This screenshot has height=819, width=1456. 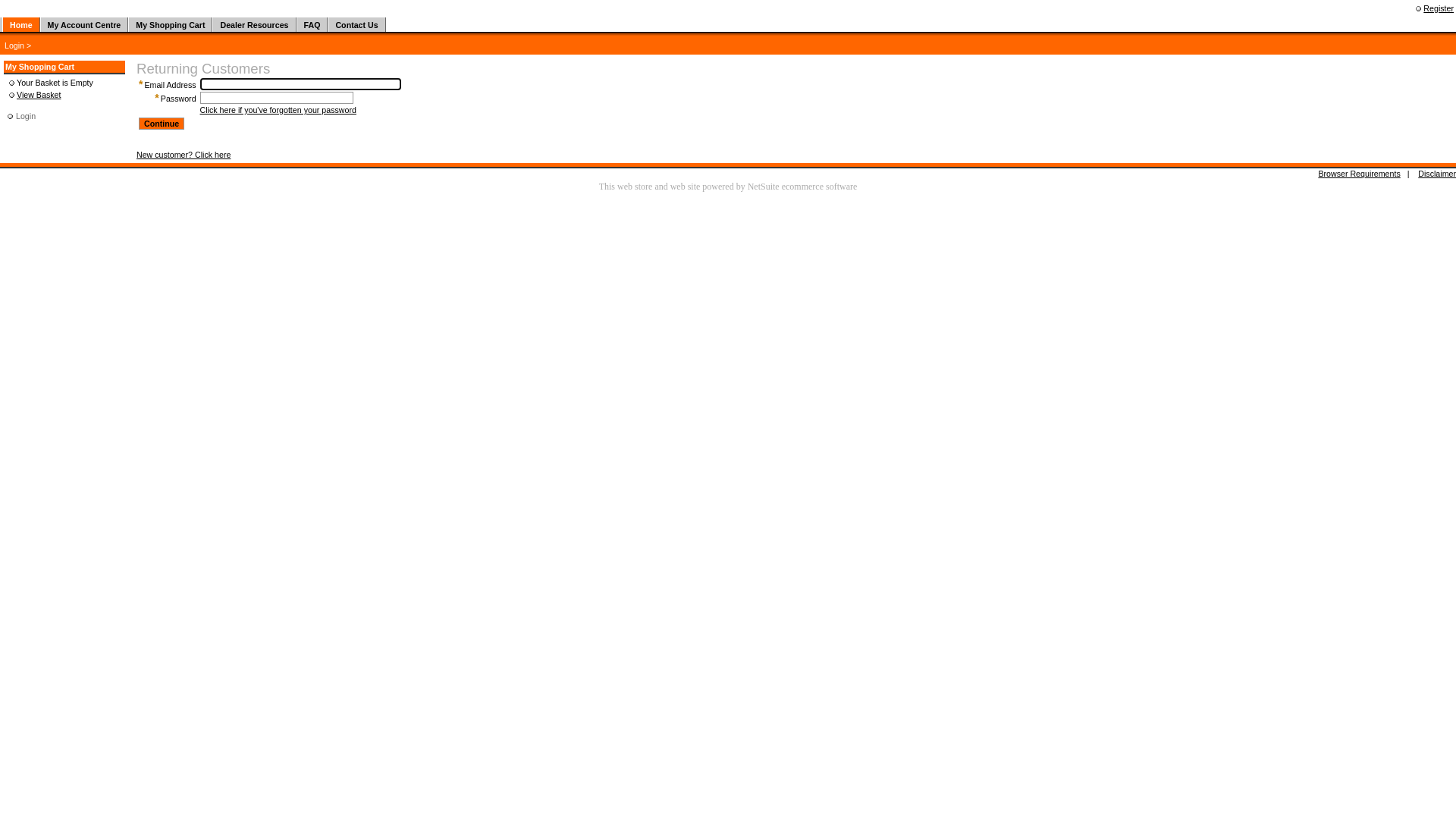 I want to click on 'Home', so click(x=21, y=24).